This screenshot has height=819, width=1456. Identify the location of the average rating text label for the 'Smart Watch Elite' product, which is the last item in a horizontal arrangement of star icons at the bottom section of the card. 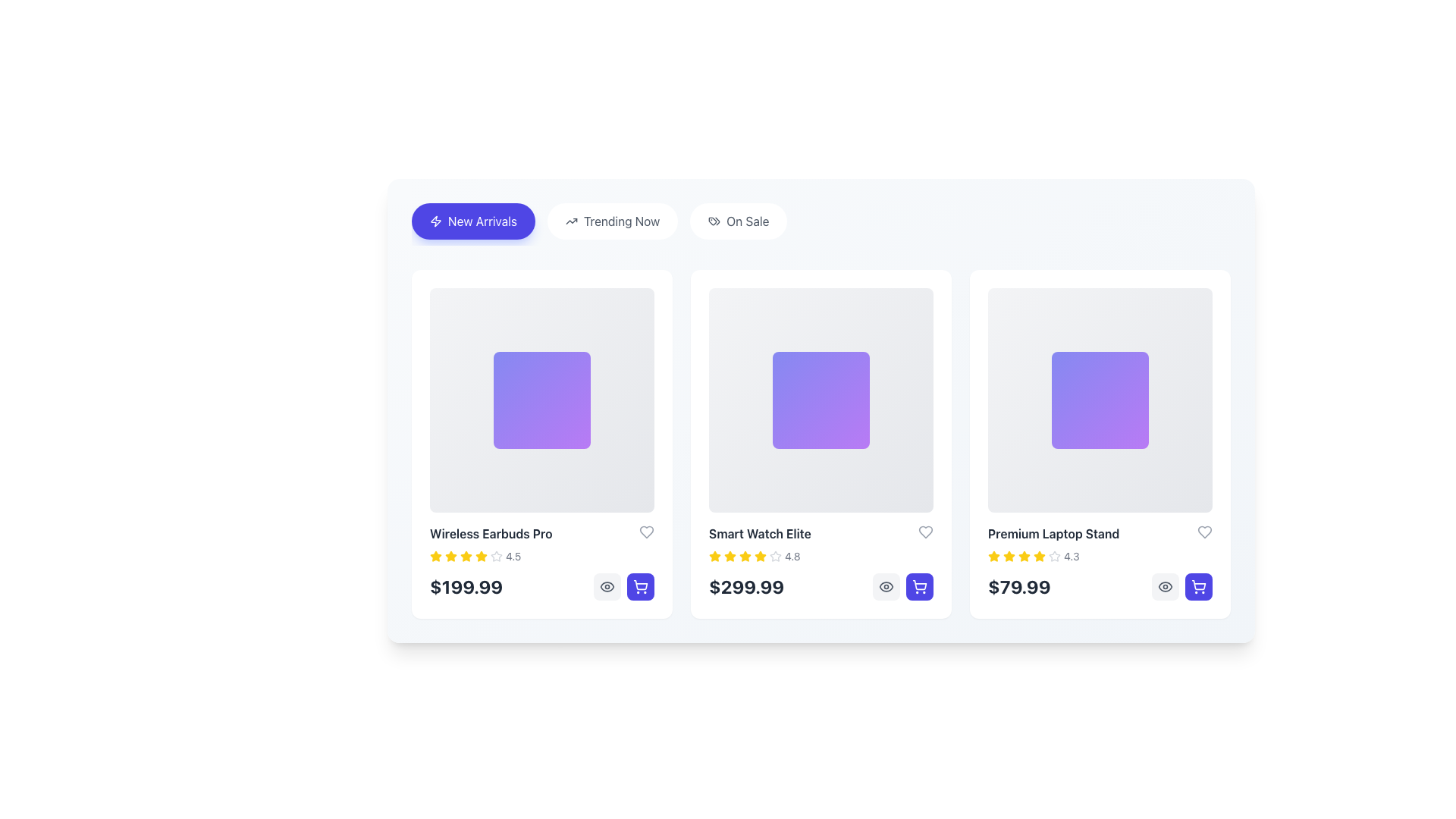
(792, 556).